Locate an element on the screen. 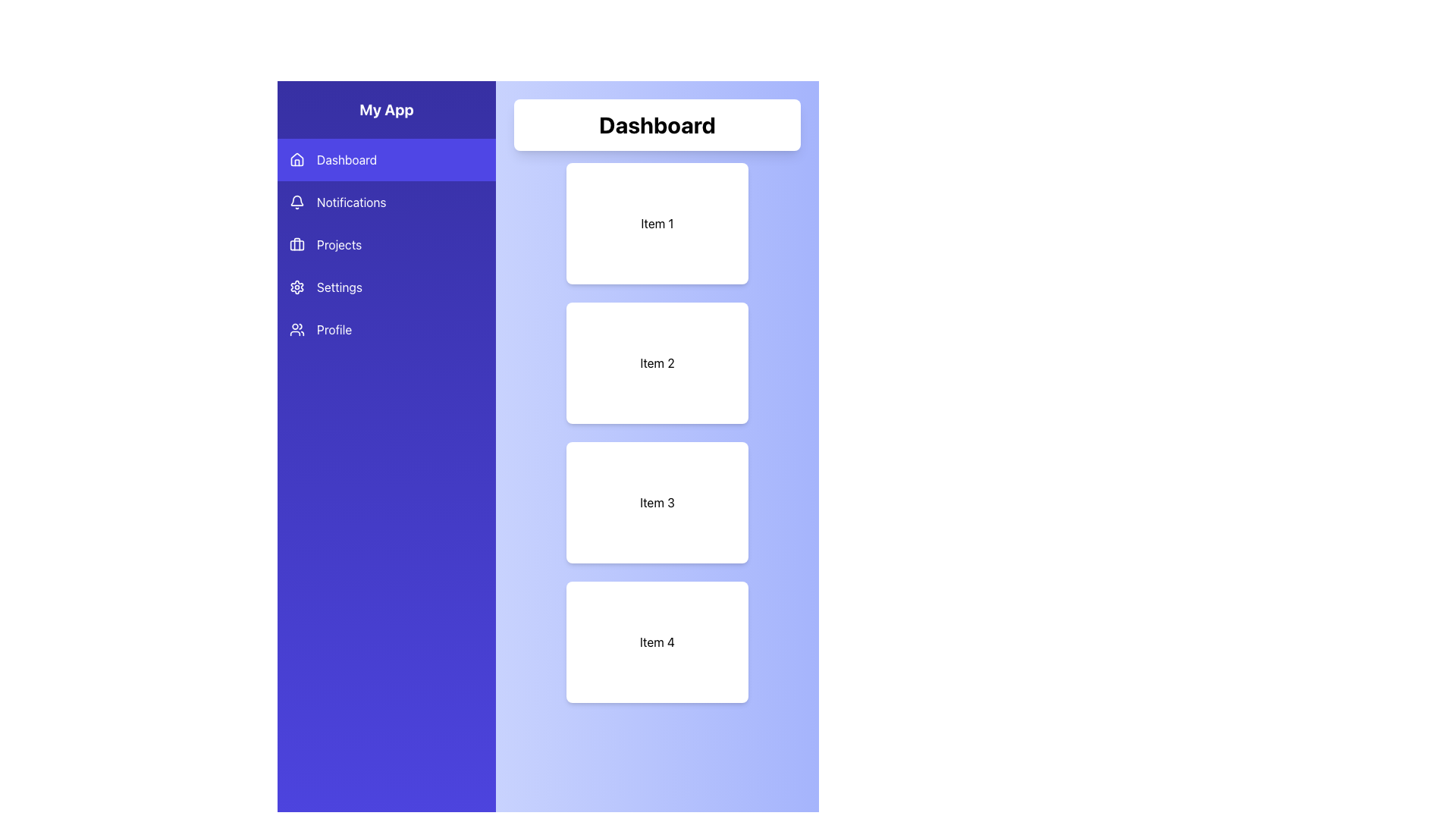 The image size is (1456, 819). the notification icon located to the left of the 'Notifications' text in the sidebar menu is located at coordinates (297, 201).